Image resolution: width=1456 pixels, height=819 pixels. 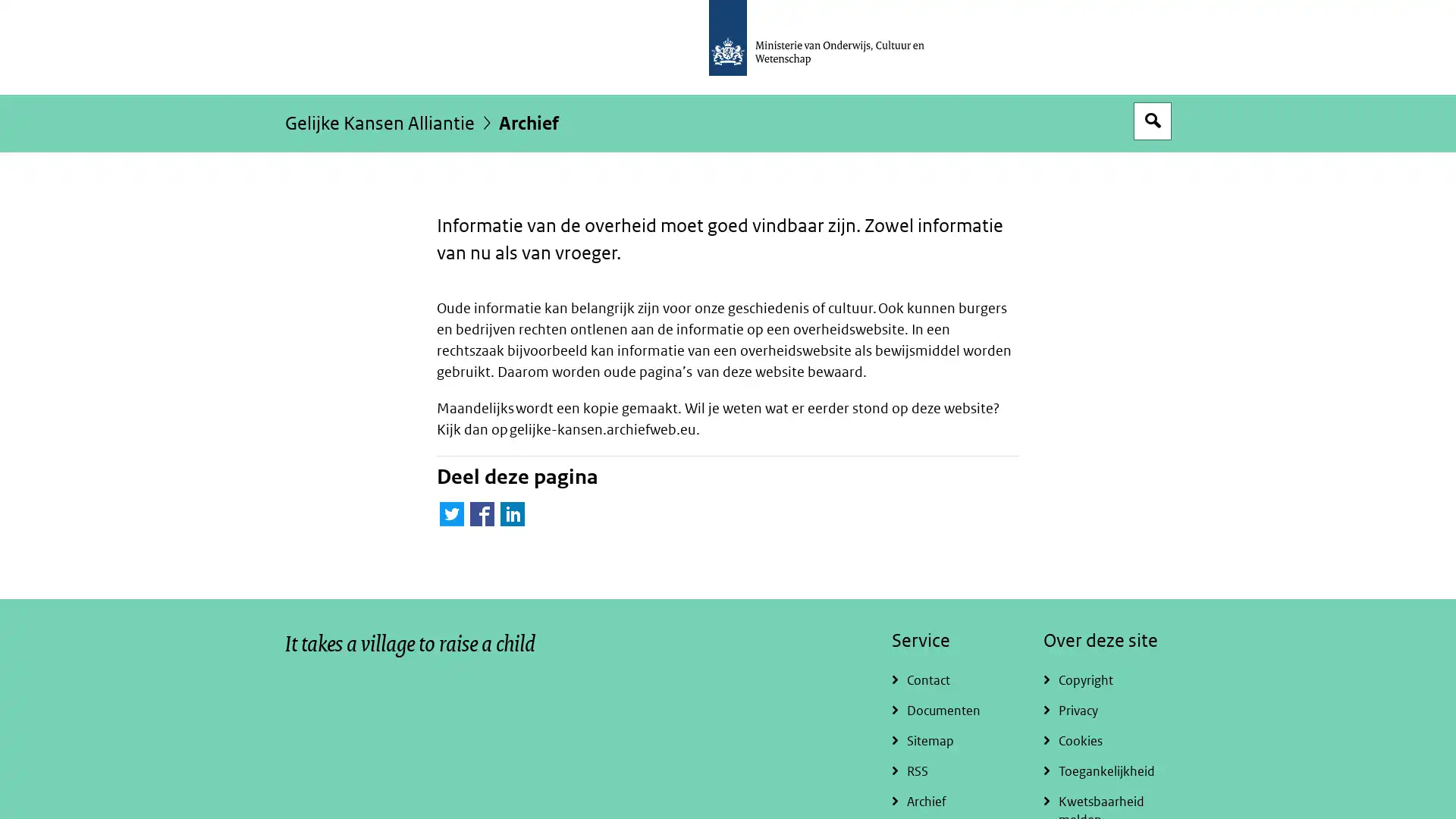 What do you see at coordinates (1153, 120) in the screenshot?
I see `Open zoekveld` at bounding box center [1153, 120].